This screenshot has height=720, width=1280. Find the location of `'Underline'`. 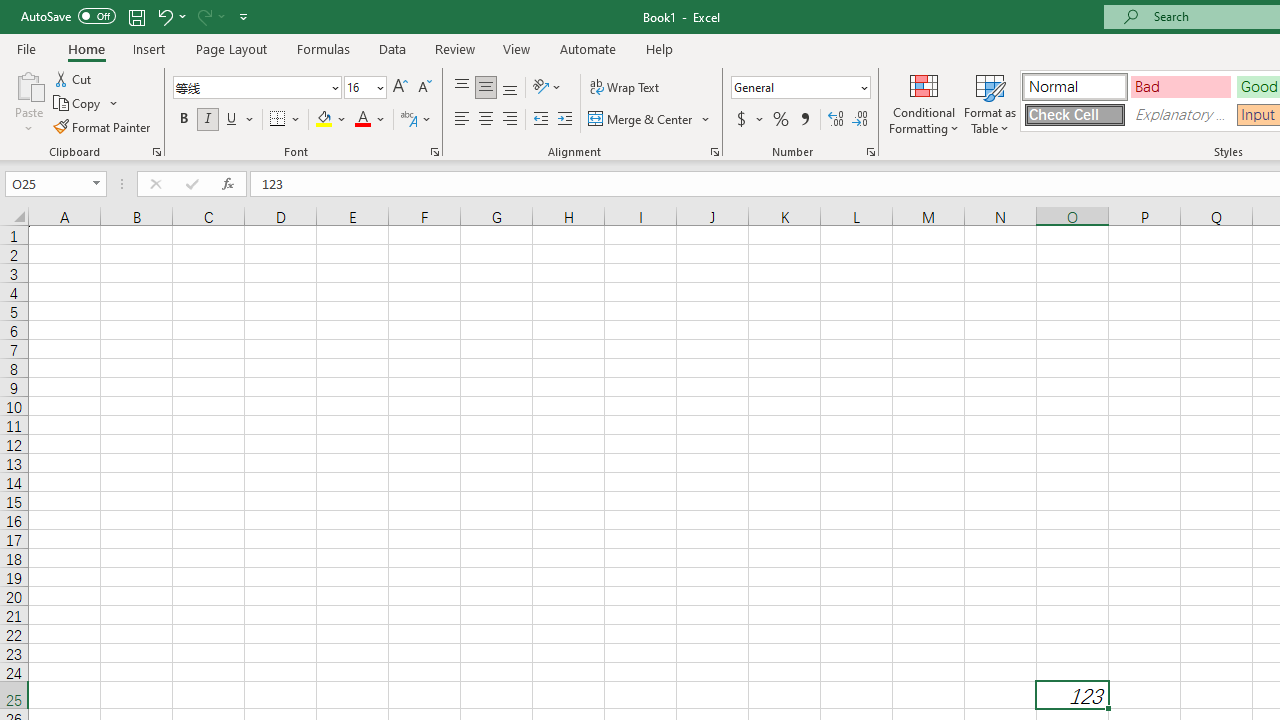

'Underline' is located at coordinates (232, 119).